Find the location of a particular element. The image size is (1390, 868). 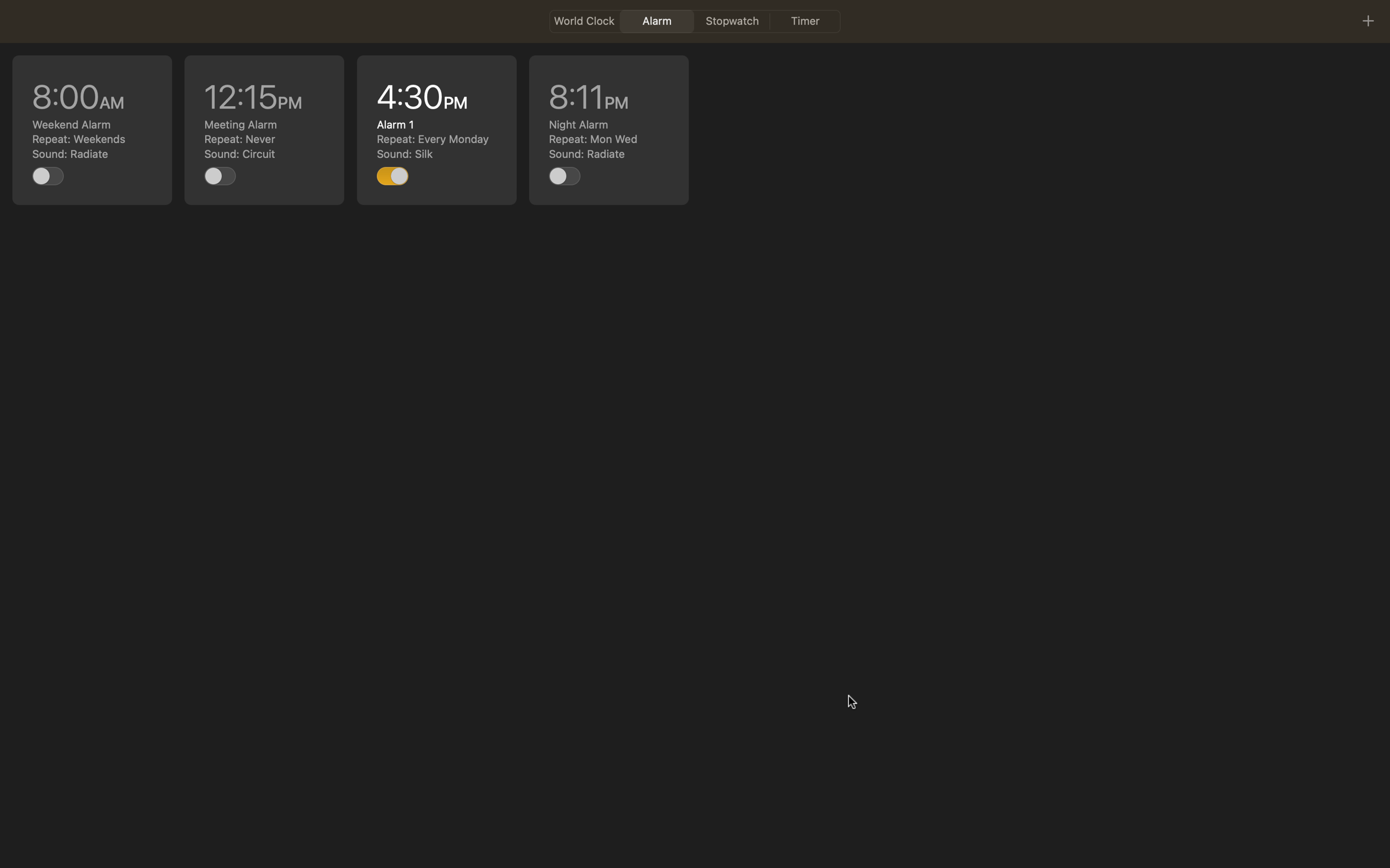

Utilize the plus icon for adding a new task is located at coordinates (1367, 20).